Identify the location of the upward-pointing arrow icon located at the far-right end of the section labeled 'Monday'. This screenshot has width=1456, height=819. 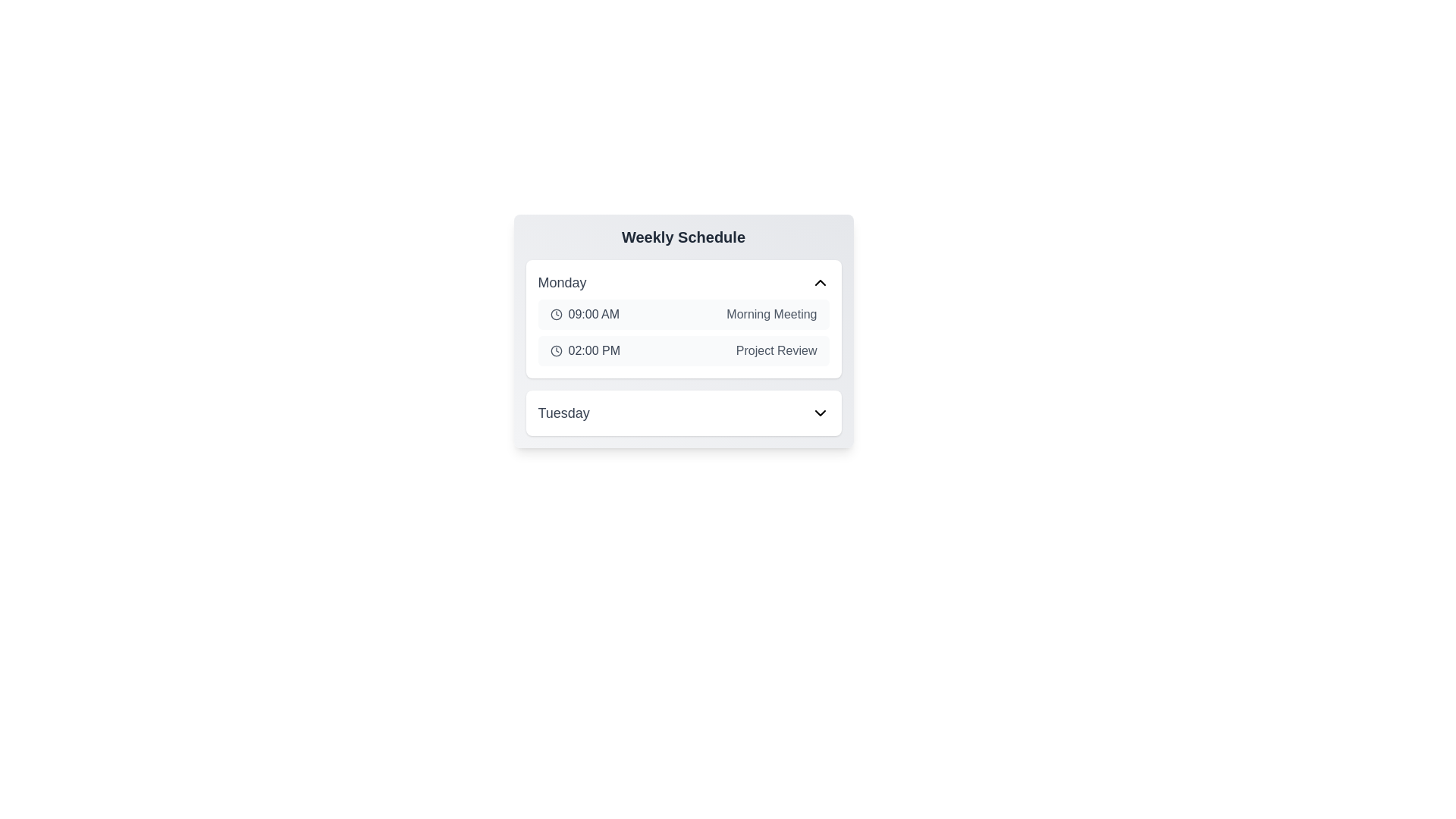
(819, 283).